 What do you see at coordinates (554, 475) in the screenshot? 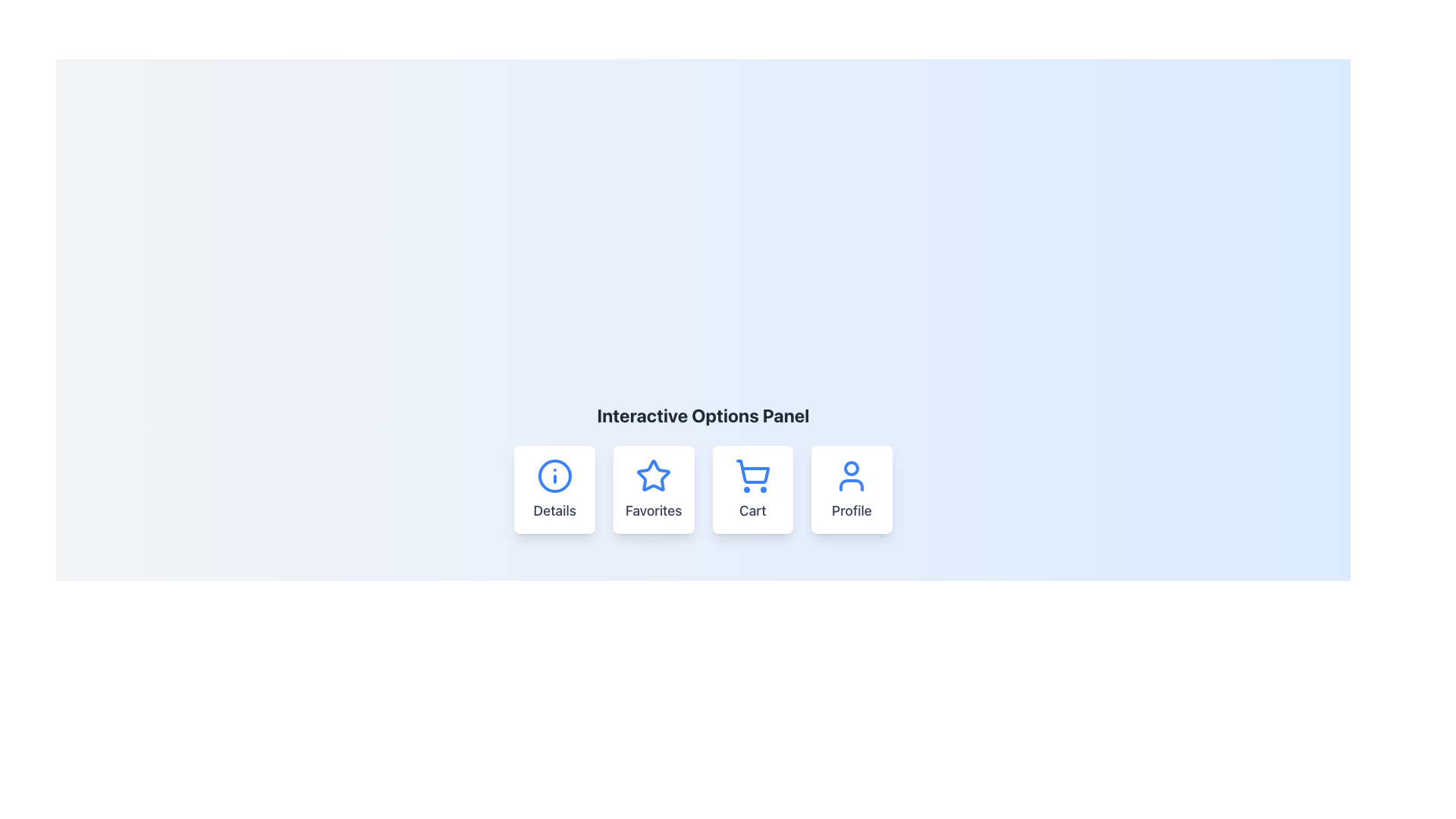
I see `the graphical icon that conveys information about the 'Details' section, located centrally within the 'Details' card` at bounding box center [554, 475].